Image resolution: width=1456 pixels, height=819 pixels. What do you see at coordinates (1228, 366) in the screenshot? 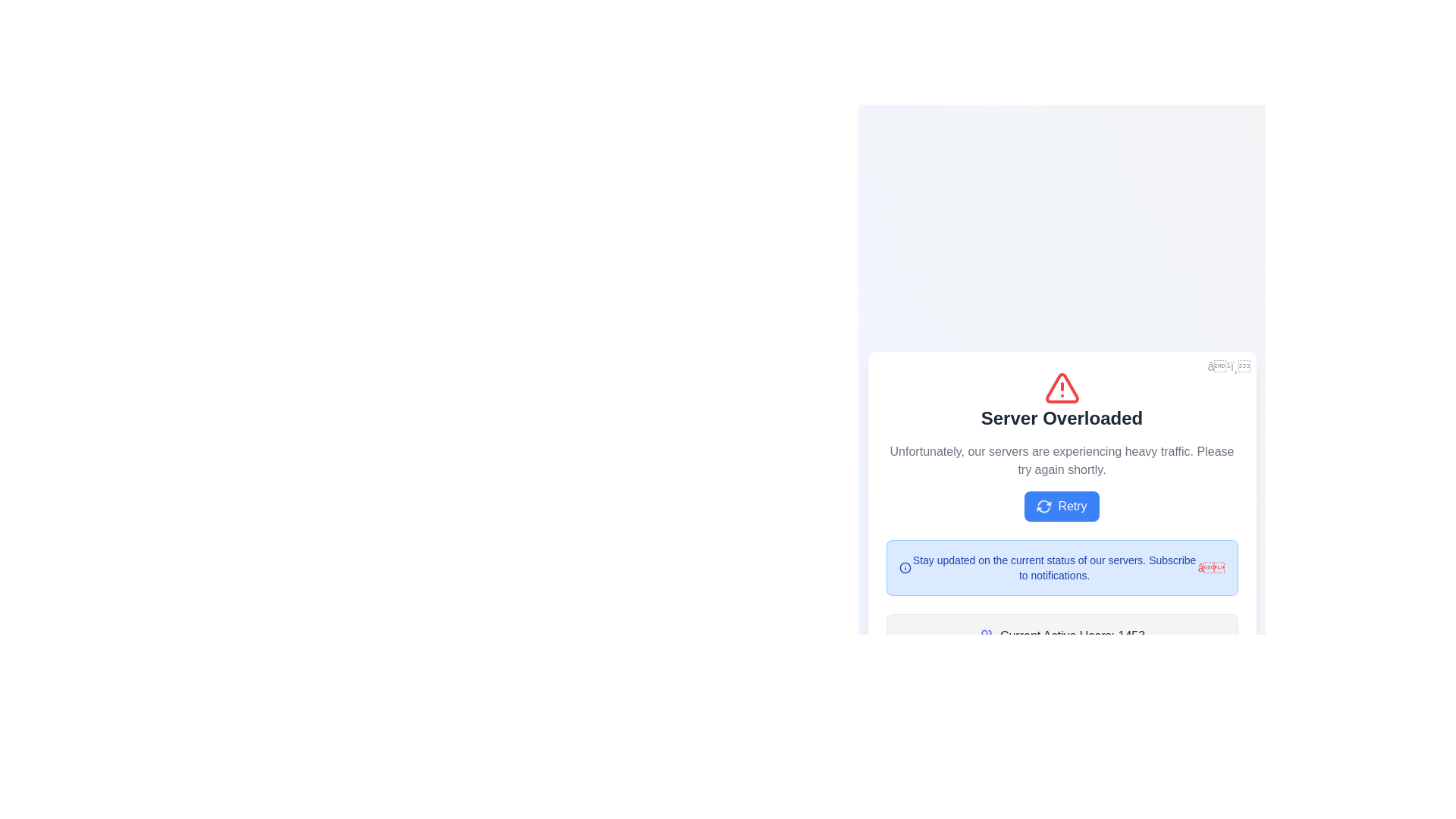
I see `the decorative icon located at the top-right corner of the modal interface, which serves as a passive indicator and is isolated from the text content below` at bounding box center [1228, 366].